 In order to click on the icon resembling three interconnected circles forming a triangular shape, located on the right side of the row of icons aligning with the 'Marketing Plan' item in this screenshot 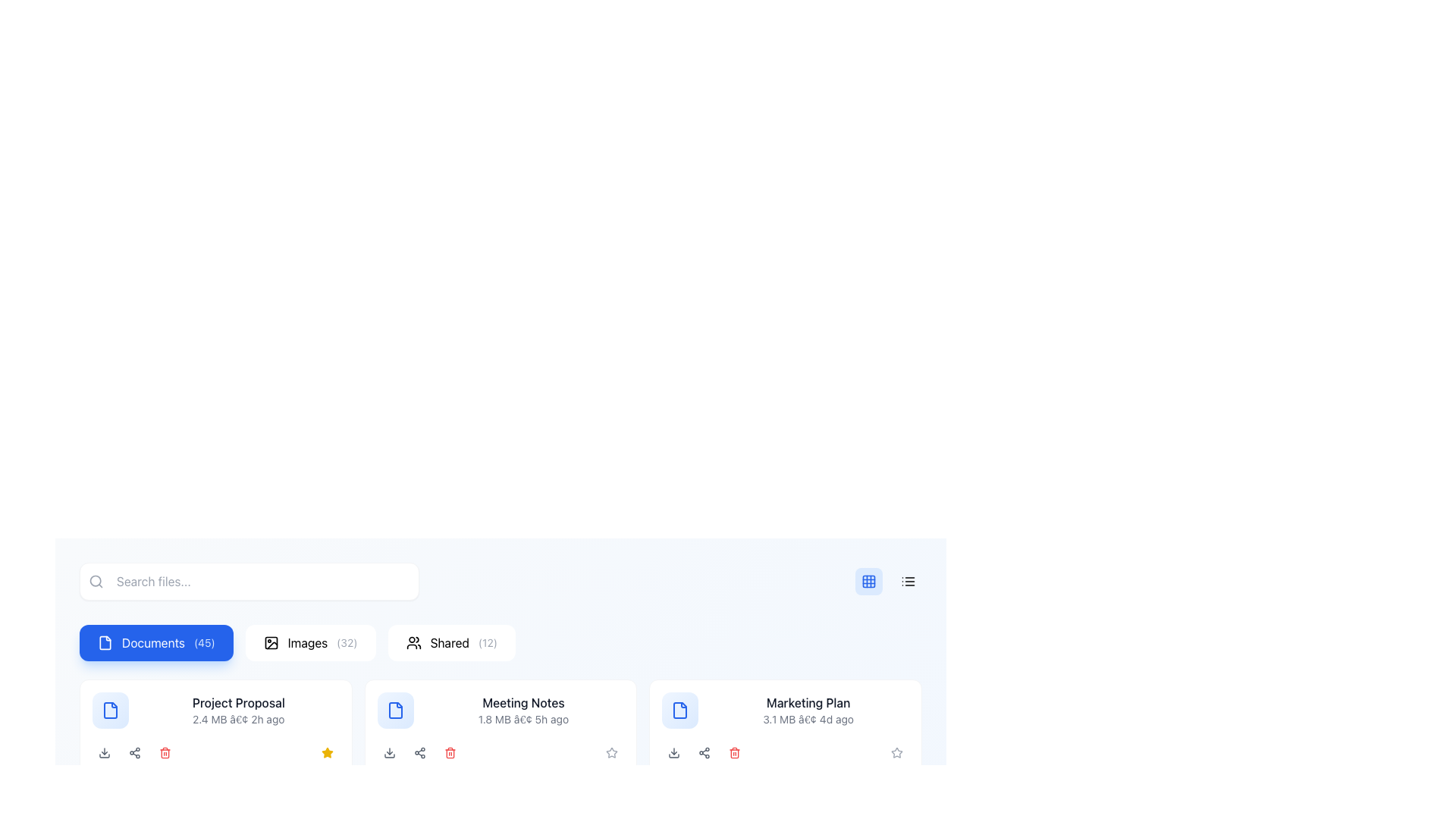, I will do `click(134, 752)`.